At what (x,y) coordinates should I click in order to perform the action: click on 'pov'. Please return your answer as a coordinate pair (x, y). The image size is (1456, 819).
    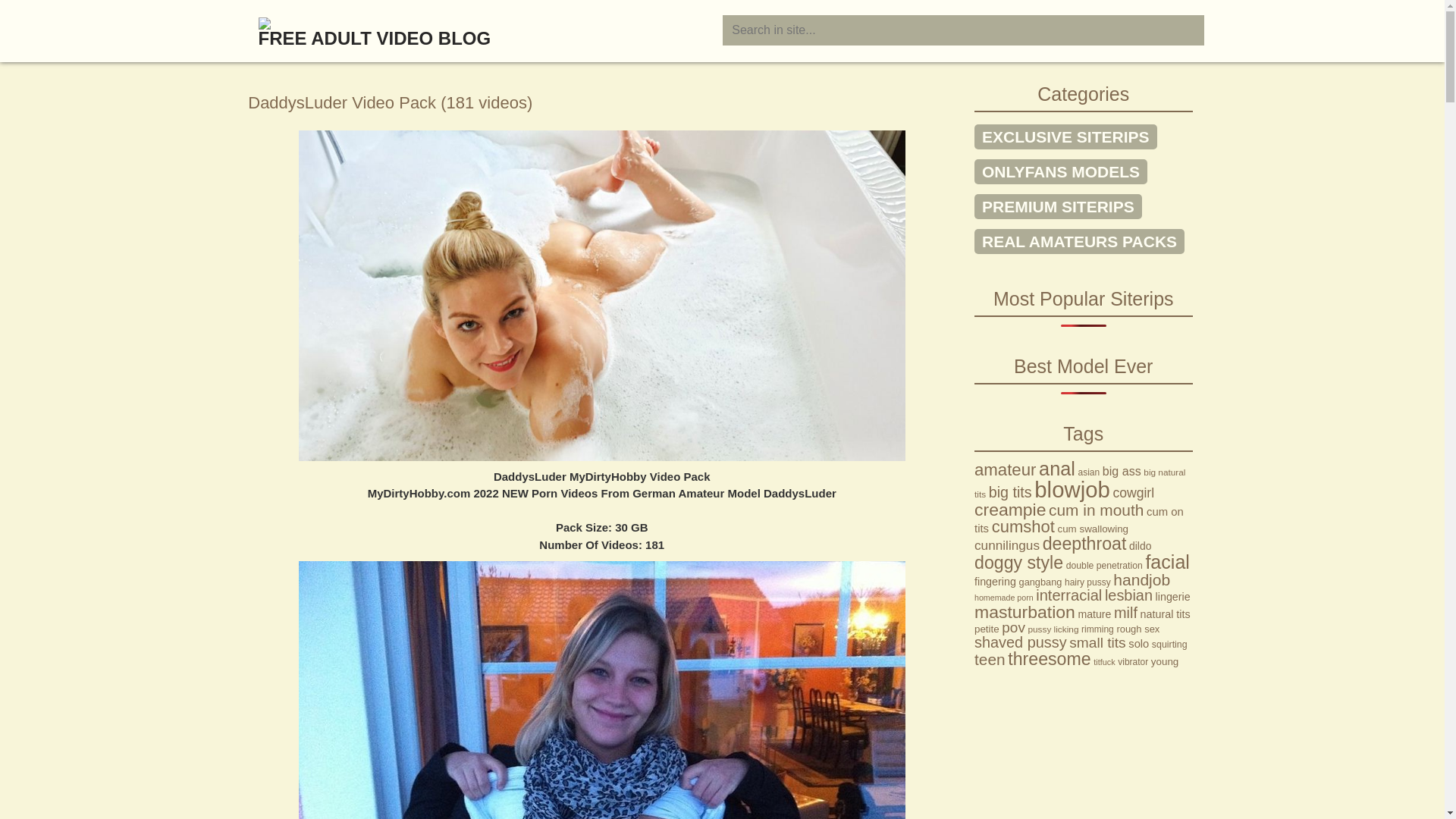
    Looking at the image, I should click on (1013, 627).